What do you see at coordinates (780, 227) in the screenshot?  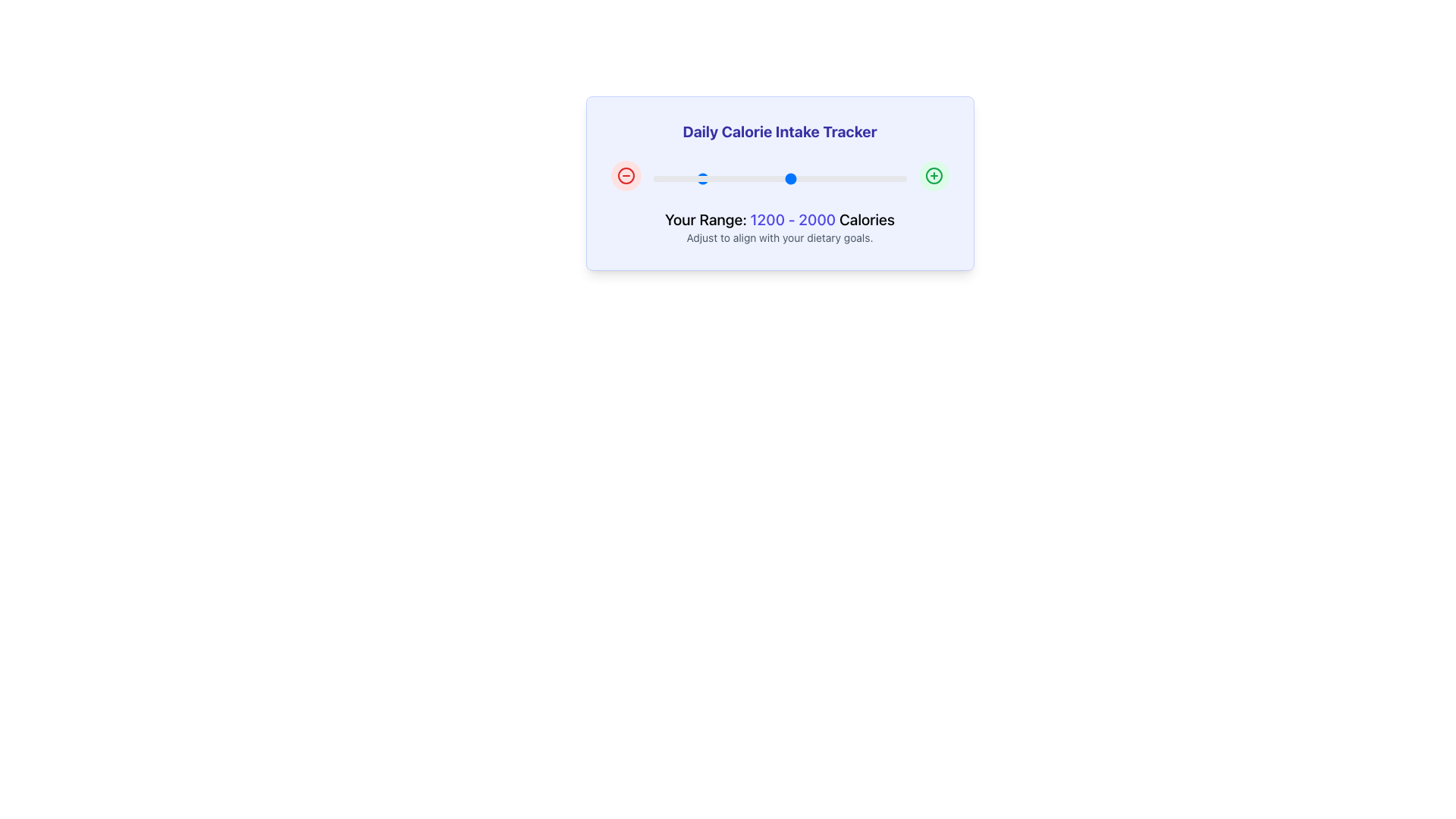 I see `the text display element that shows 'Your Range: 1200 - 2000 Calories' and the subtitle 'Adjust to align with your dietary goals.' within the 'Daily Calorie Intake Tracker' card` at bounding box center [780, 227].